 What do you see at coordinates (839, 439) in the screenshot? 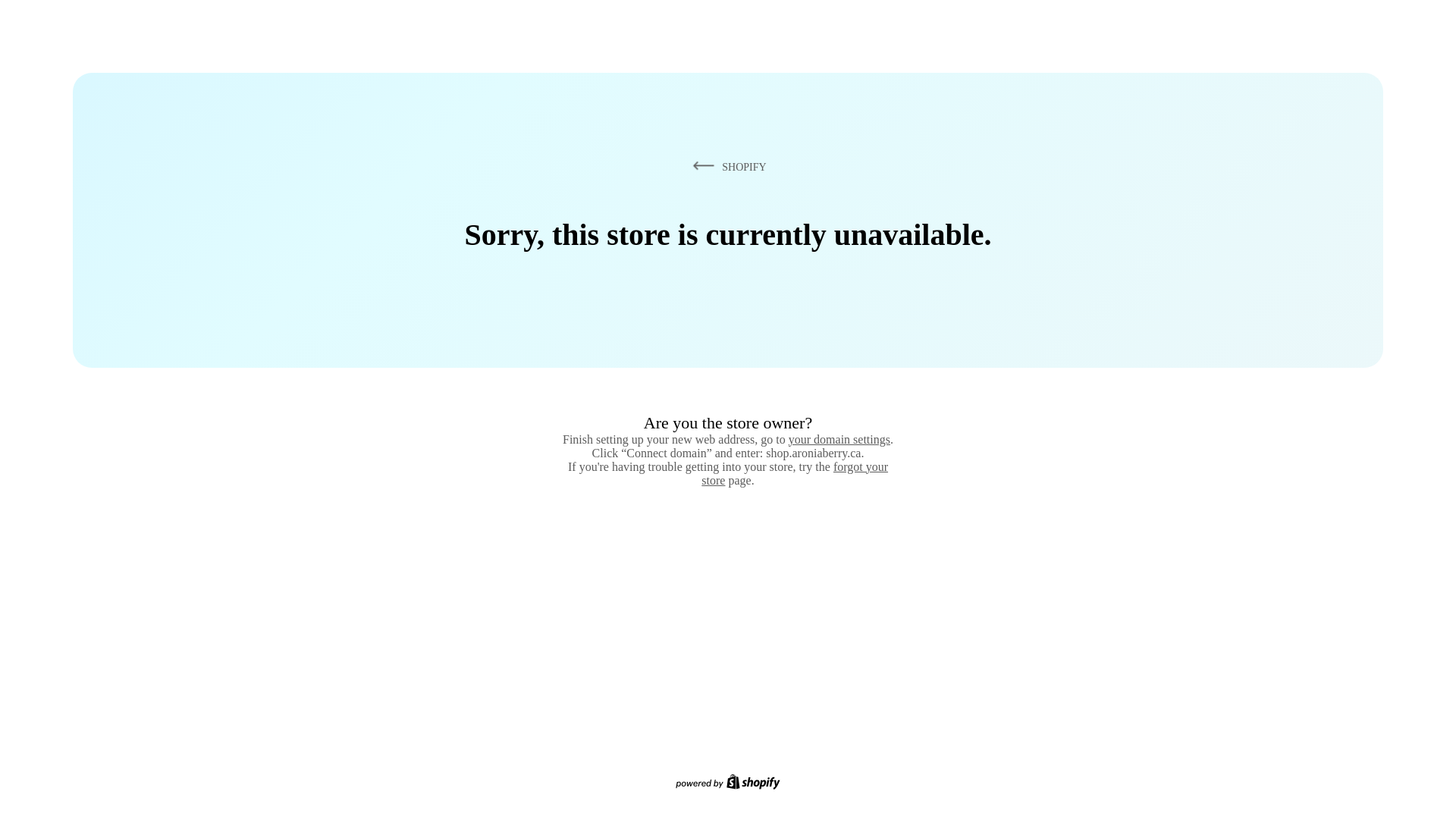
I see `'your domain settings'` at bounding box center [839, 439].